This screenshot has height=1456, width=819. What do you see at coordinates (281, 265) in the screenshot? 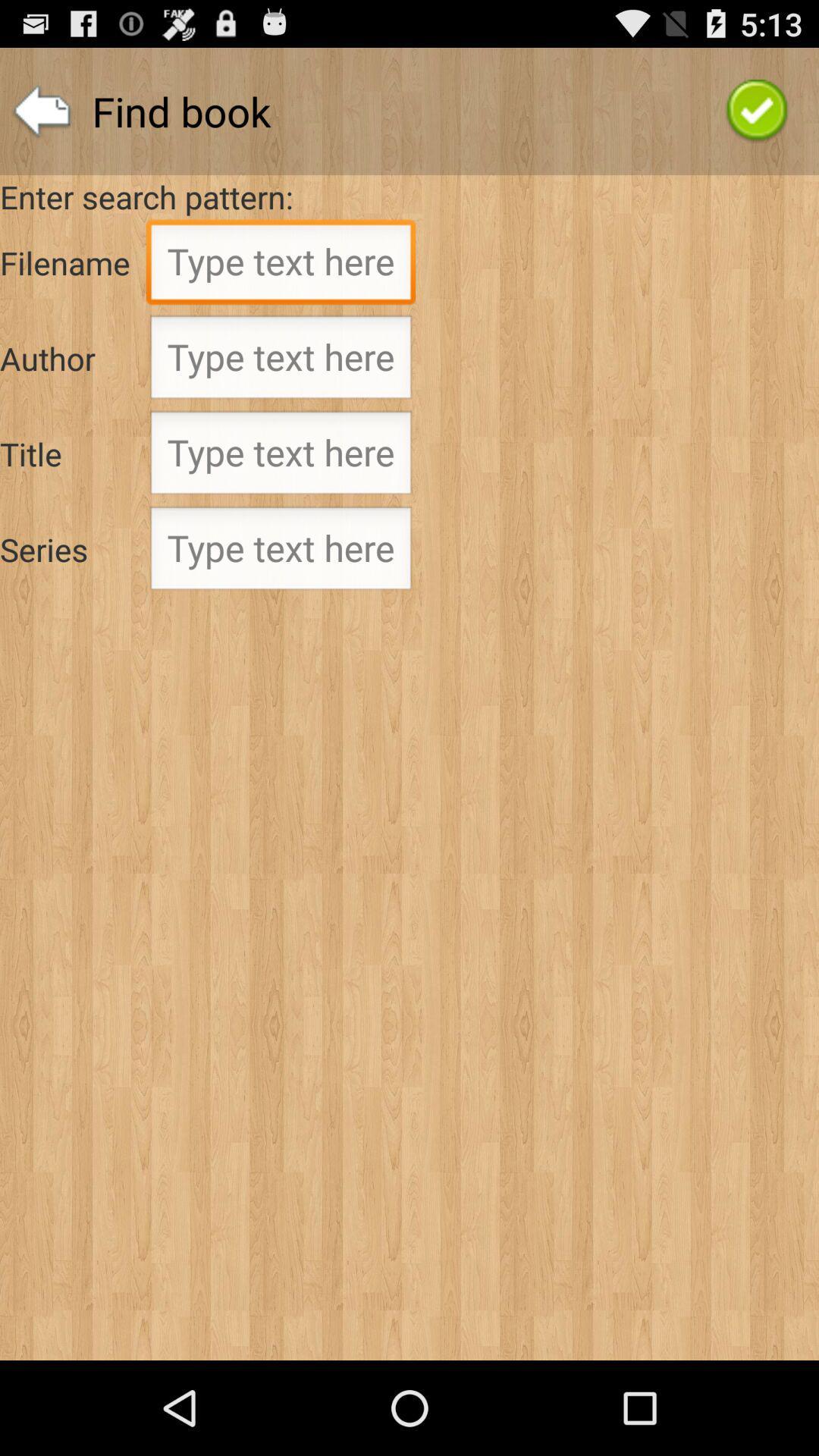
I see `filename` at bounding box center [281, 265].